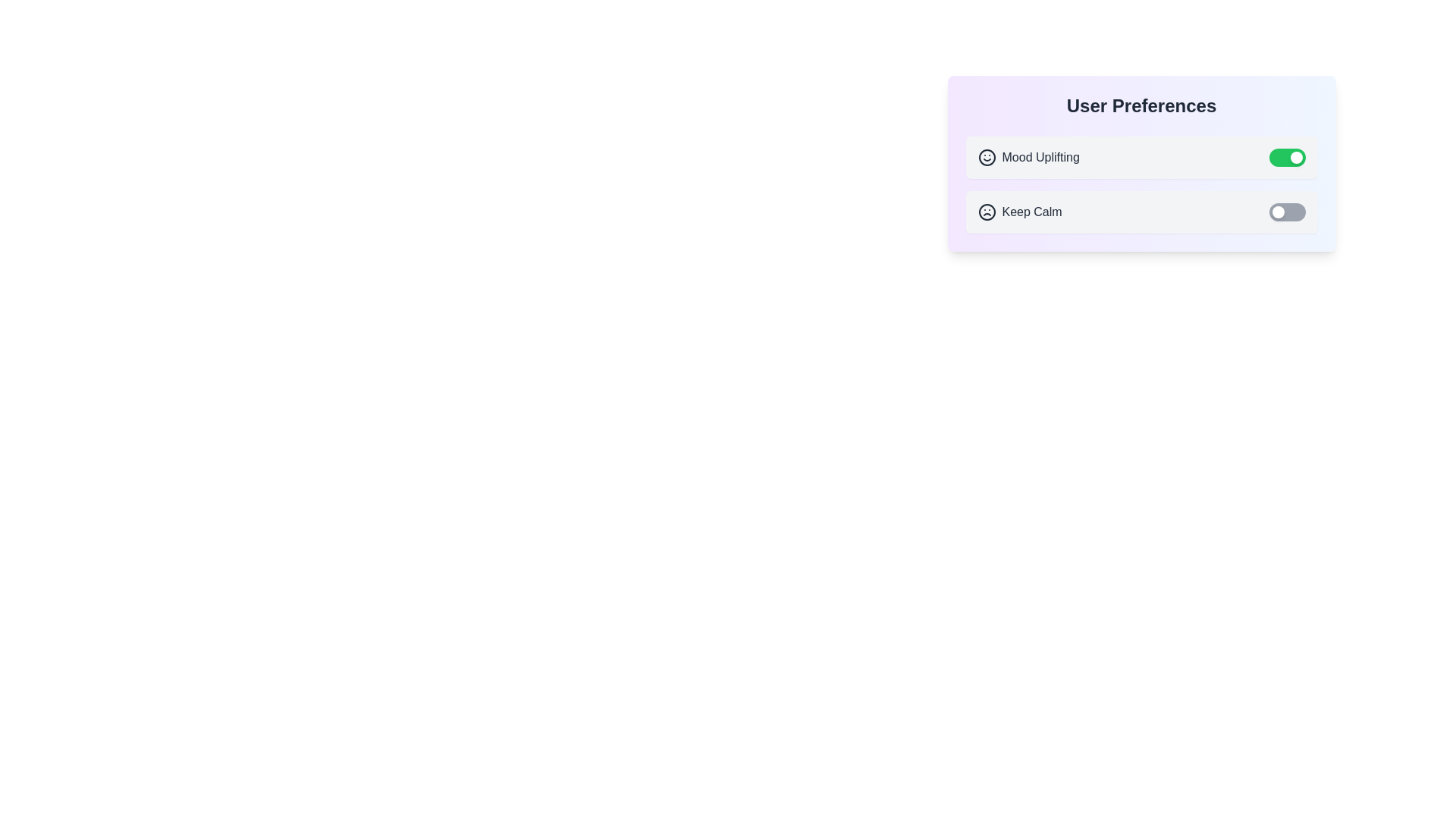 The height and width of the screenshot is (819, 1456). What do you see at coordinates (1141, 105) in the screenshot?
I see `the 'User Preferences' text label, which is a prominent header in bold, large font at the top of a panel with a gradient background` at bounding box center [1141, 105].